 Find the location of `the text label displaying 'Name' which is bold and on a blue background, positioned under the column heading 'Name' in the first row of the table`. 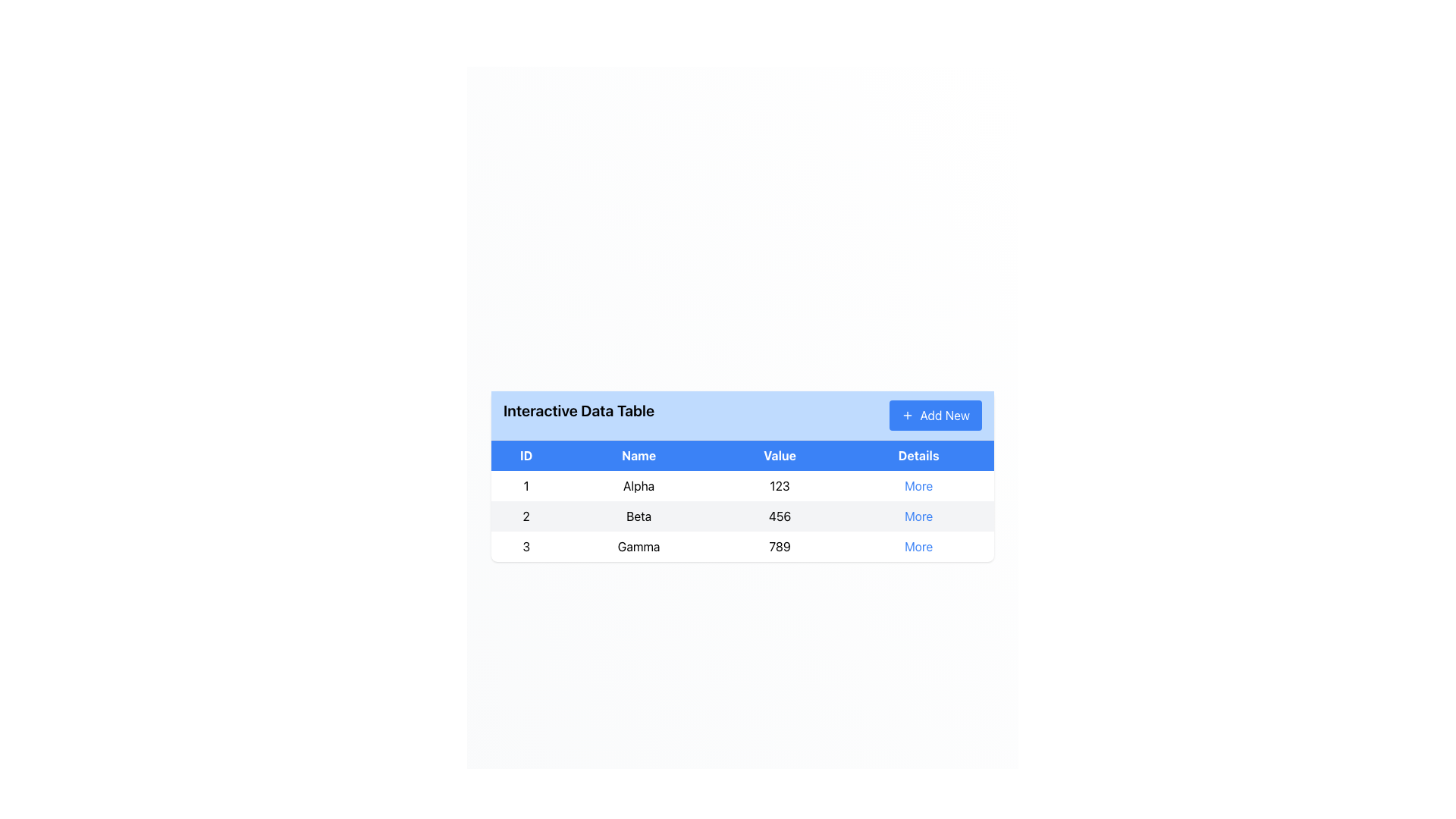

the text label displaying 'Name' which is bold and on a blue background, positioned under the column heading 'Name' in the first row of the table is located at coordinates (639, 454).